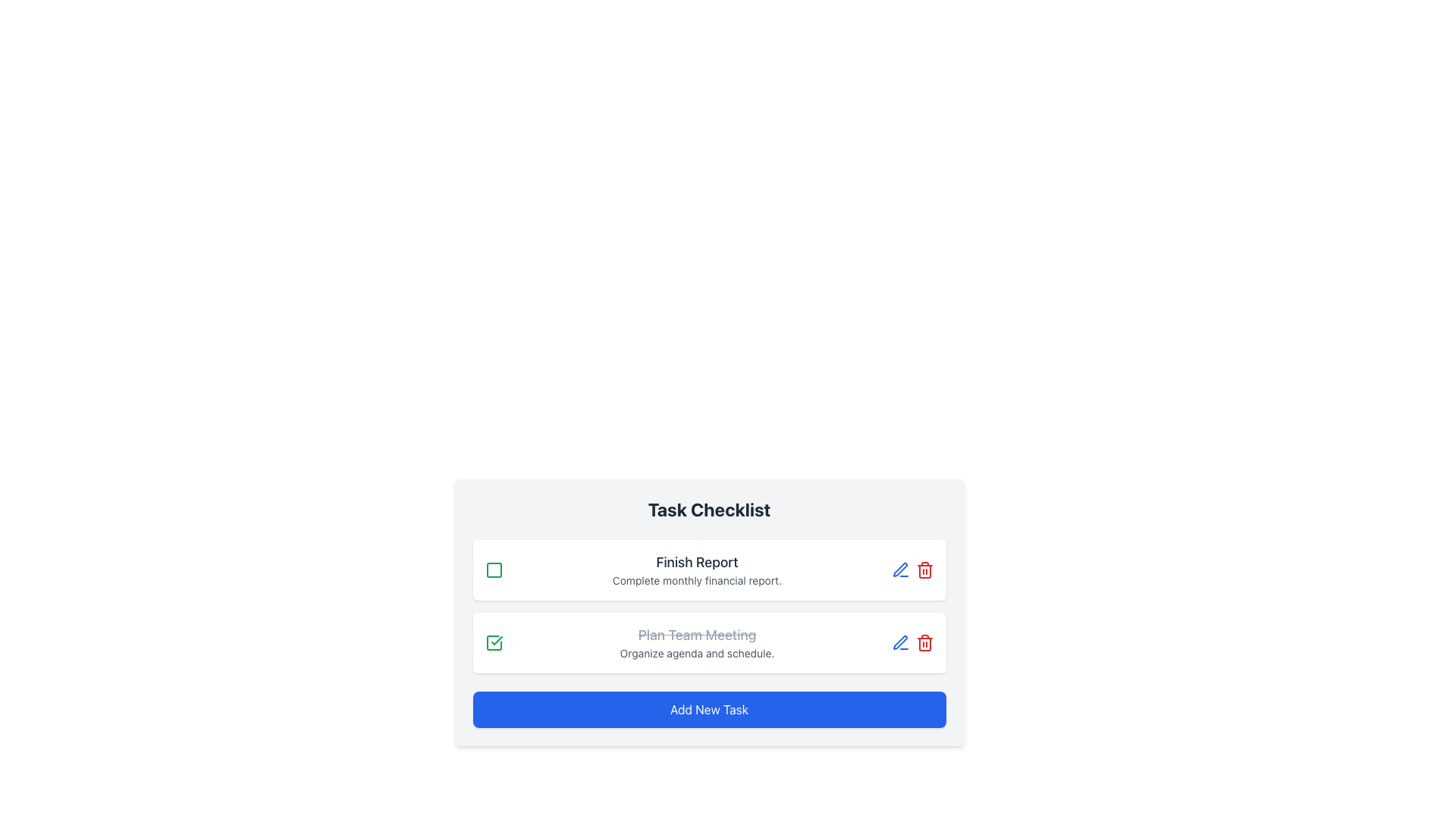 The height and width of the screenshot is (819, 1456). I want to click on the blue pen icon in the grouped interactive action buttons for the 'Plan Team Meeting' task, so click(912, 643).